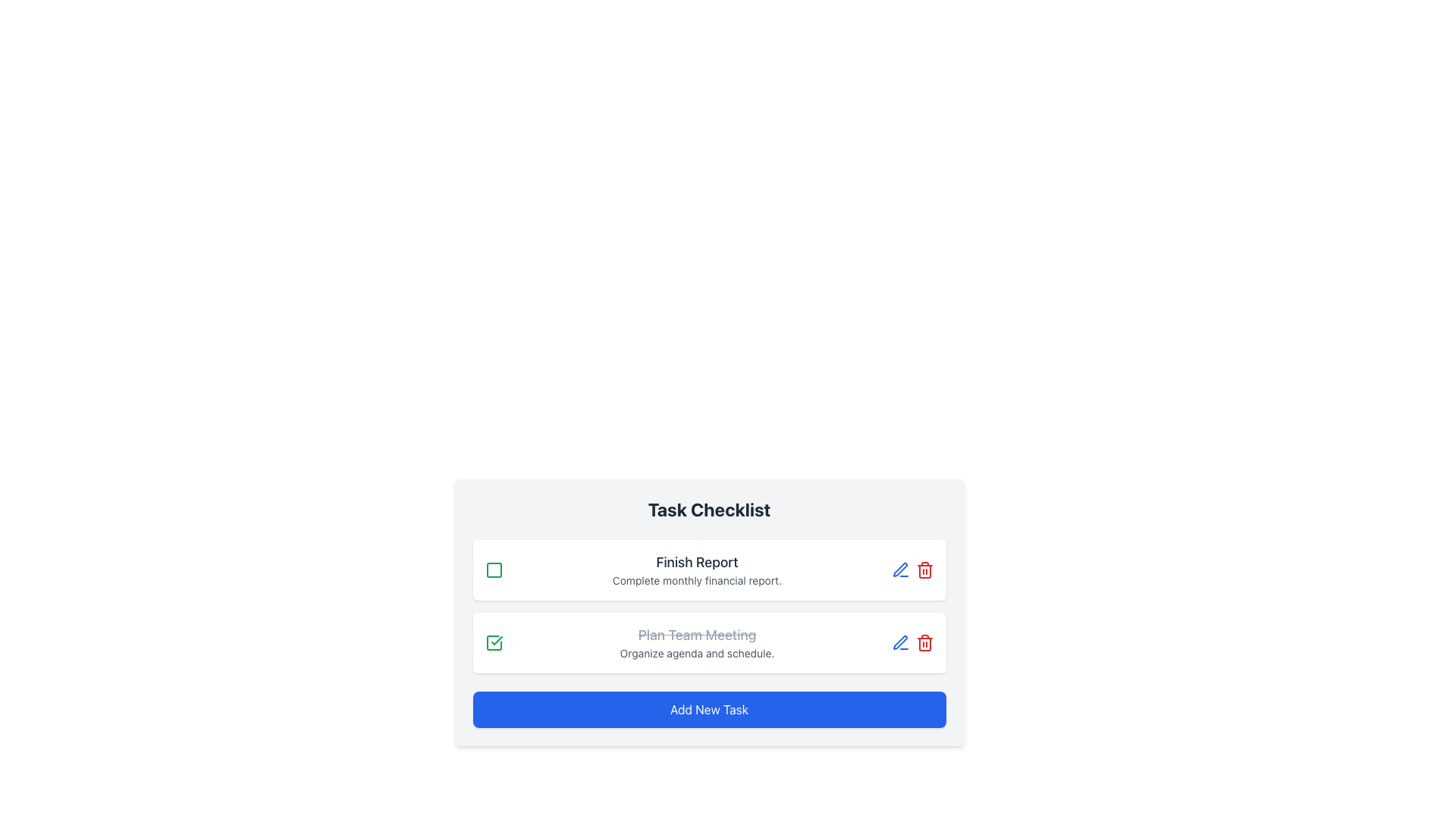 The height and width of the screenshot is (819, 1456). I want to click on the blue pen icon in the grouped interactive action buttons for the 'Plan Team Meeting' task, so click(912, 643).